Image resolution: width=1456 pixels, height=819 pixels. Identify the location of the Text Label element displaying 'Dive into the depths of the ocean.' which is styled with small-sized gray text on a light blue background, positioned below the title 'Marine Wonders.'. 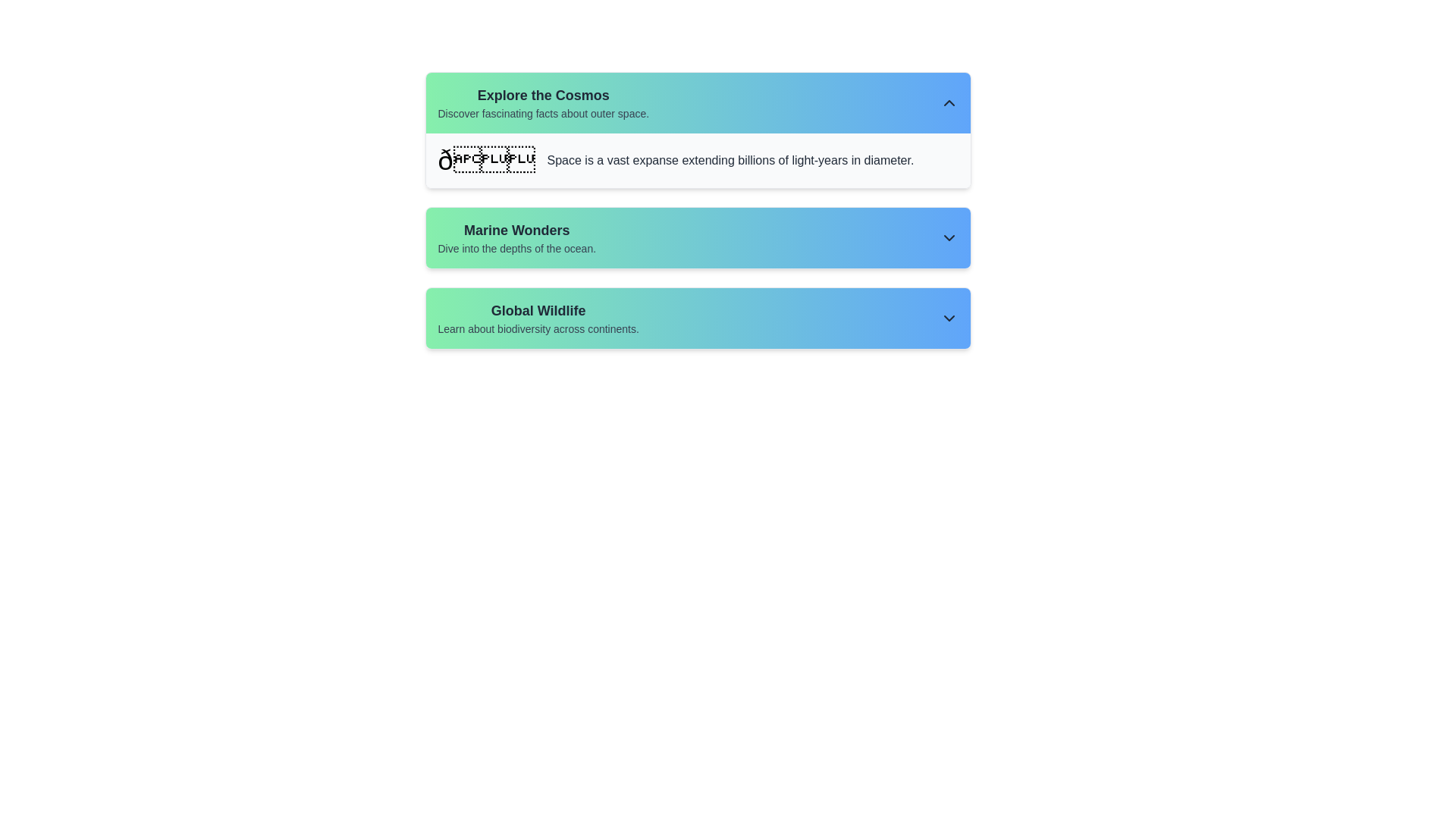
(516, 247).